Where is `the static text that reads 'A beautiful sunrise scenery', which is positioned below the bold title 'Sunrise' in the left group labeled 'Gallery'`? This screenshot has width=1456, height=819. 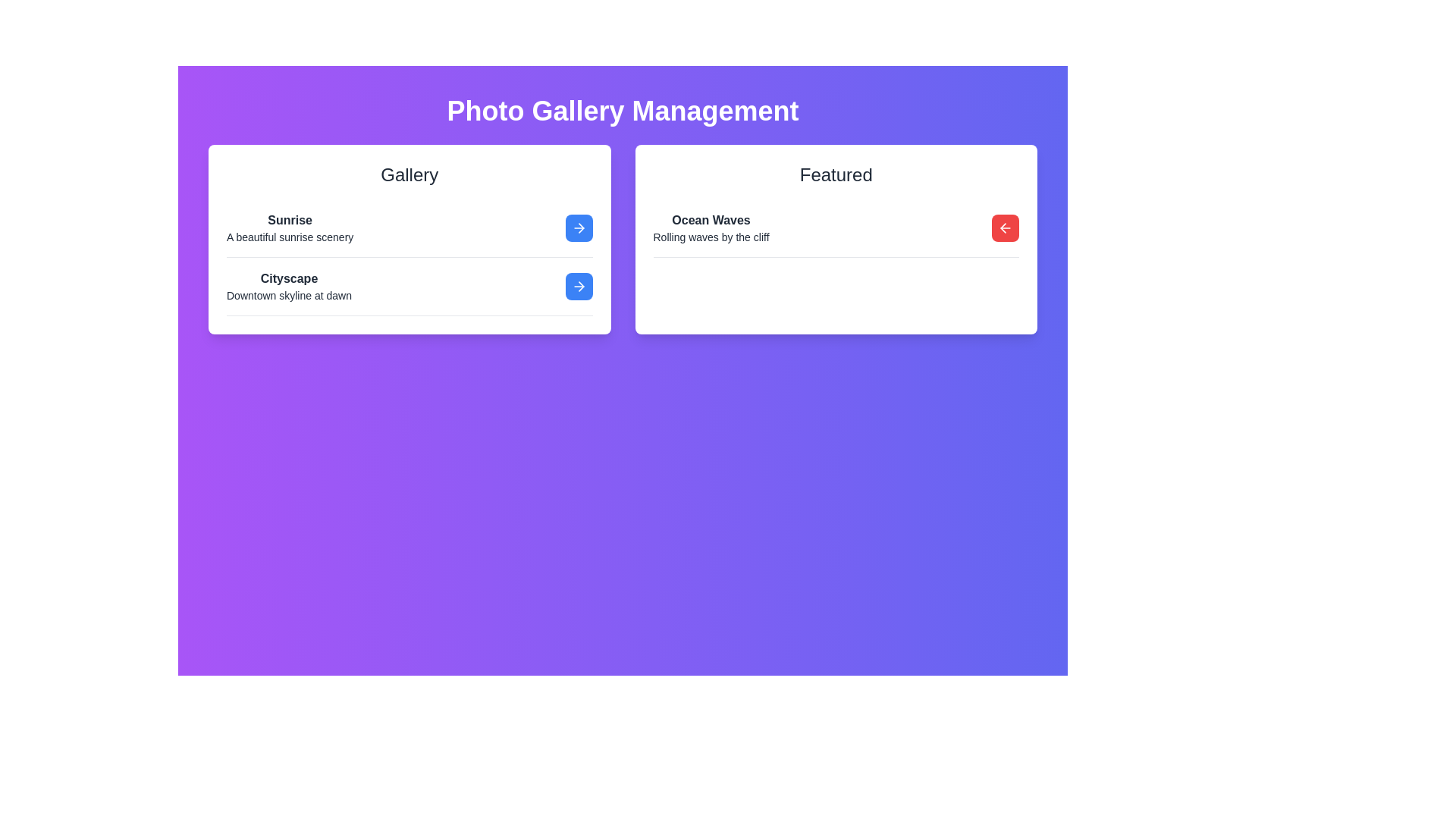 the static text that reads 'A beautiful sunrise scenery', which is positioned below the bold title 'Sunrise' in the left group labeled 'Gallery' is located at coordinates (290, 237).